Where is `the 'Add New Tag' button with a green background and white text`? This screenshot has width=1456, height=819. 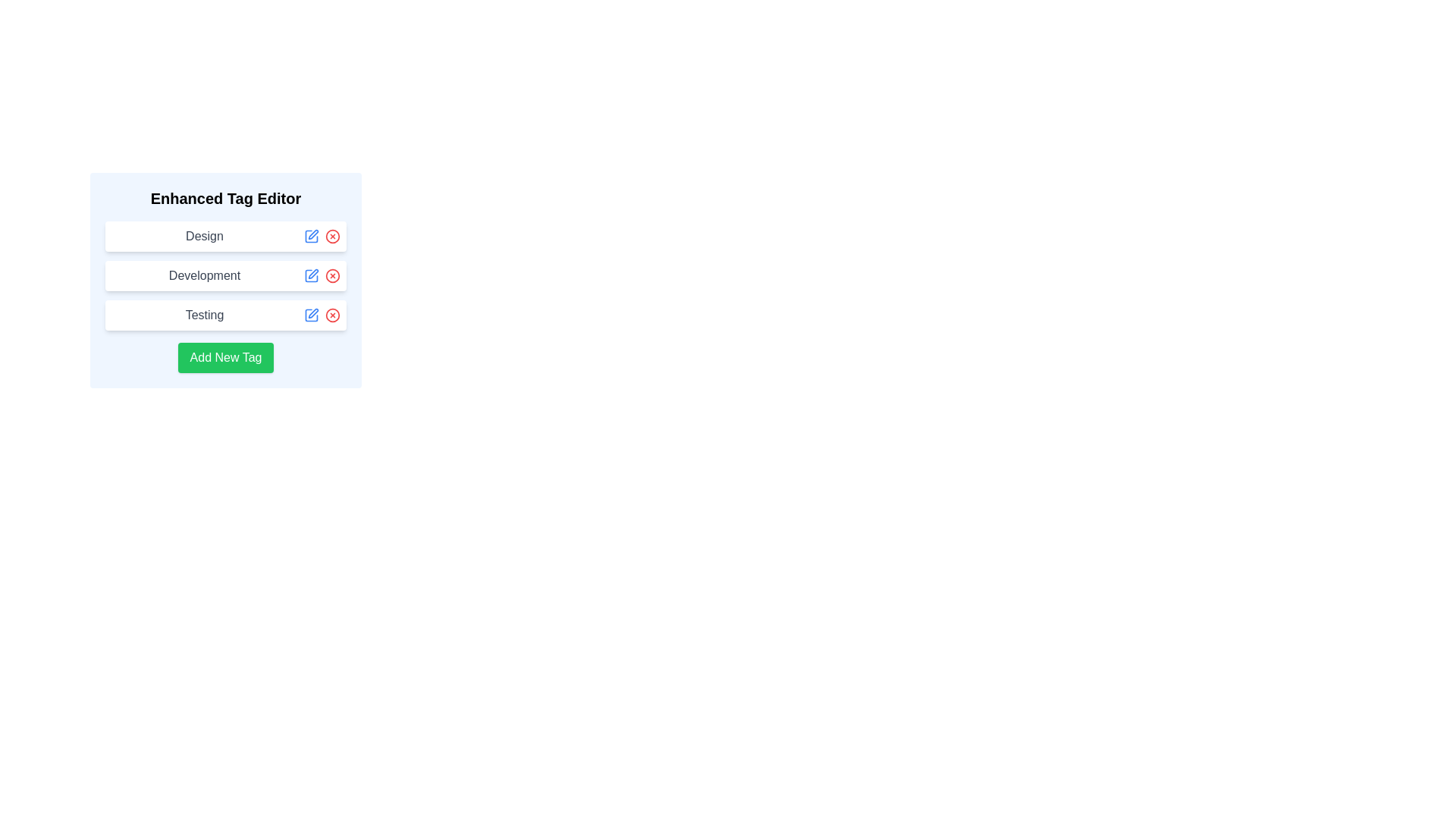
the 'Add New Tag' button with a green background and white text is located at coordinates (224, 357).